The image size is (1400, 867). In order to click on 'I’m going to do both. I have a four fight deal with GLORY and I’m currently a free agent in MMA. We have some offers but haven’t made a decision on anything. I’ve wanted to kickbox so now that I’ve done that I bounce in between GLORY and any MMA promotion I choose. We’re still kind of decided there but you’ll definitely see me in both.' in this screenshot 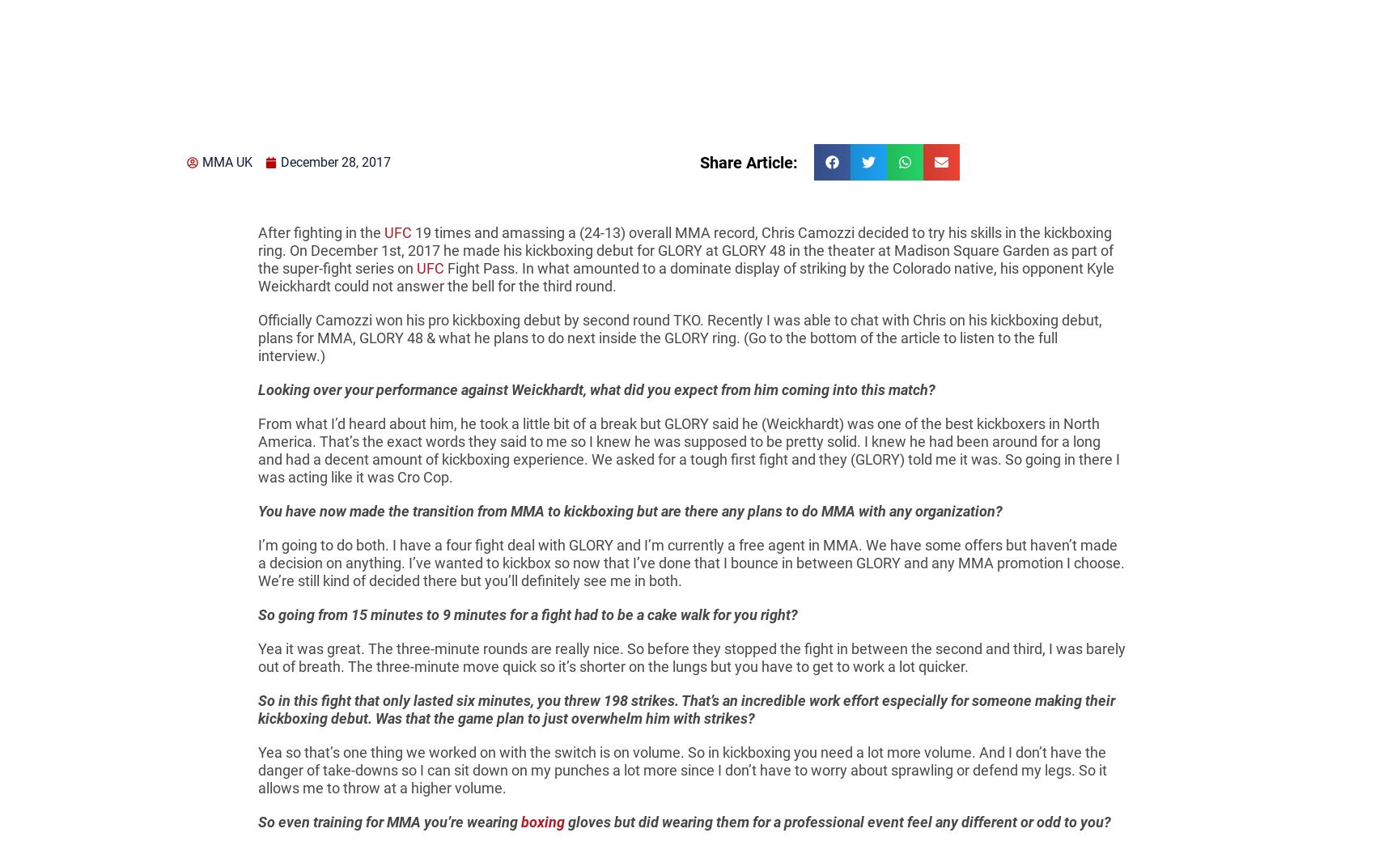, I will do `click(690, 563)`.